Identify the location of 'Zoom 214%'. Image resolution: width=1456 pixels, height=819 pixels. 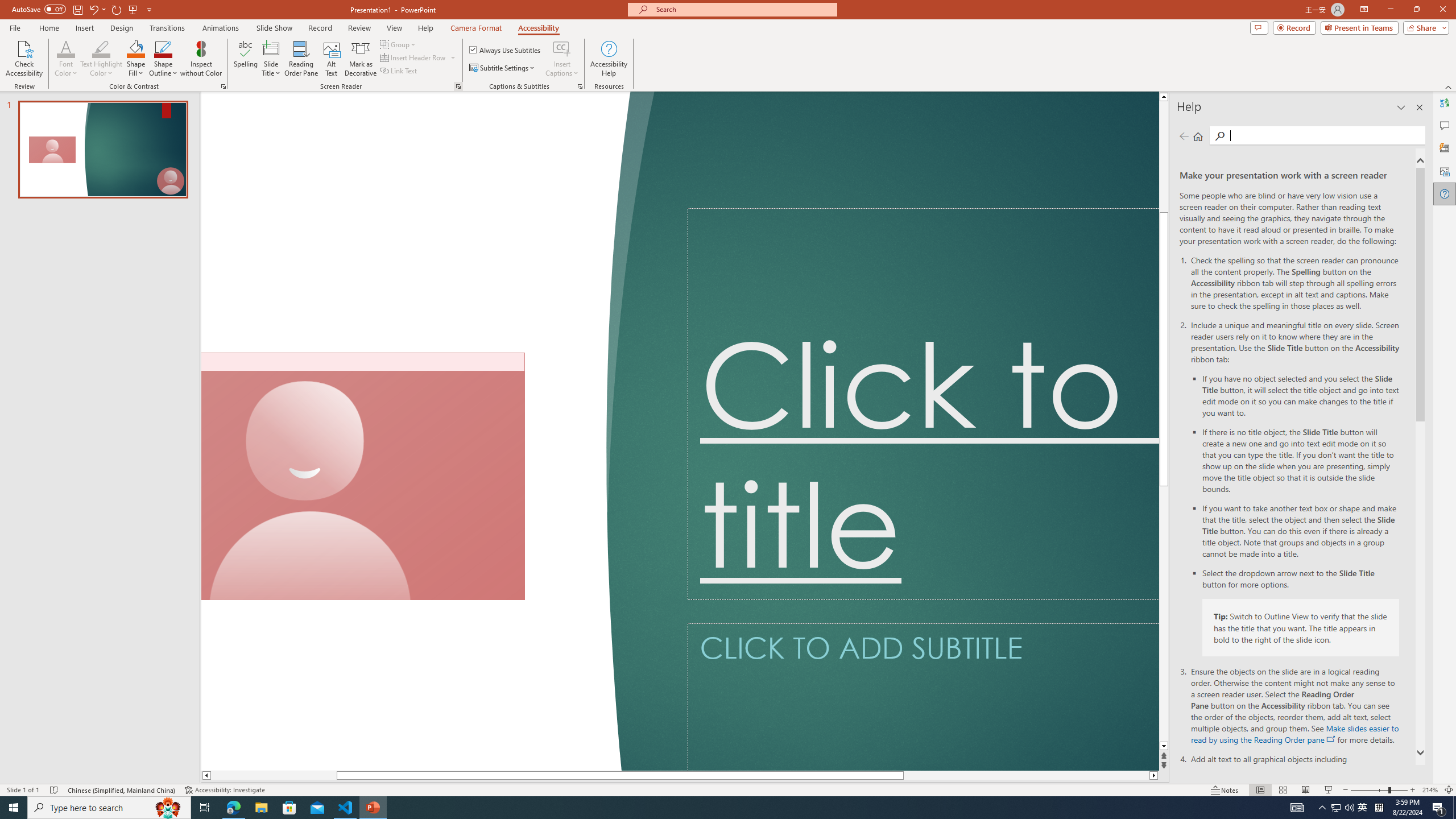
(1430, 790).